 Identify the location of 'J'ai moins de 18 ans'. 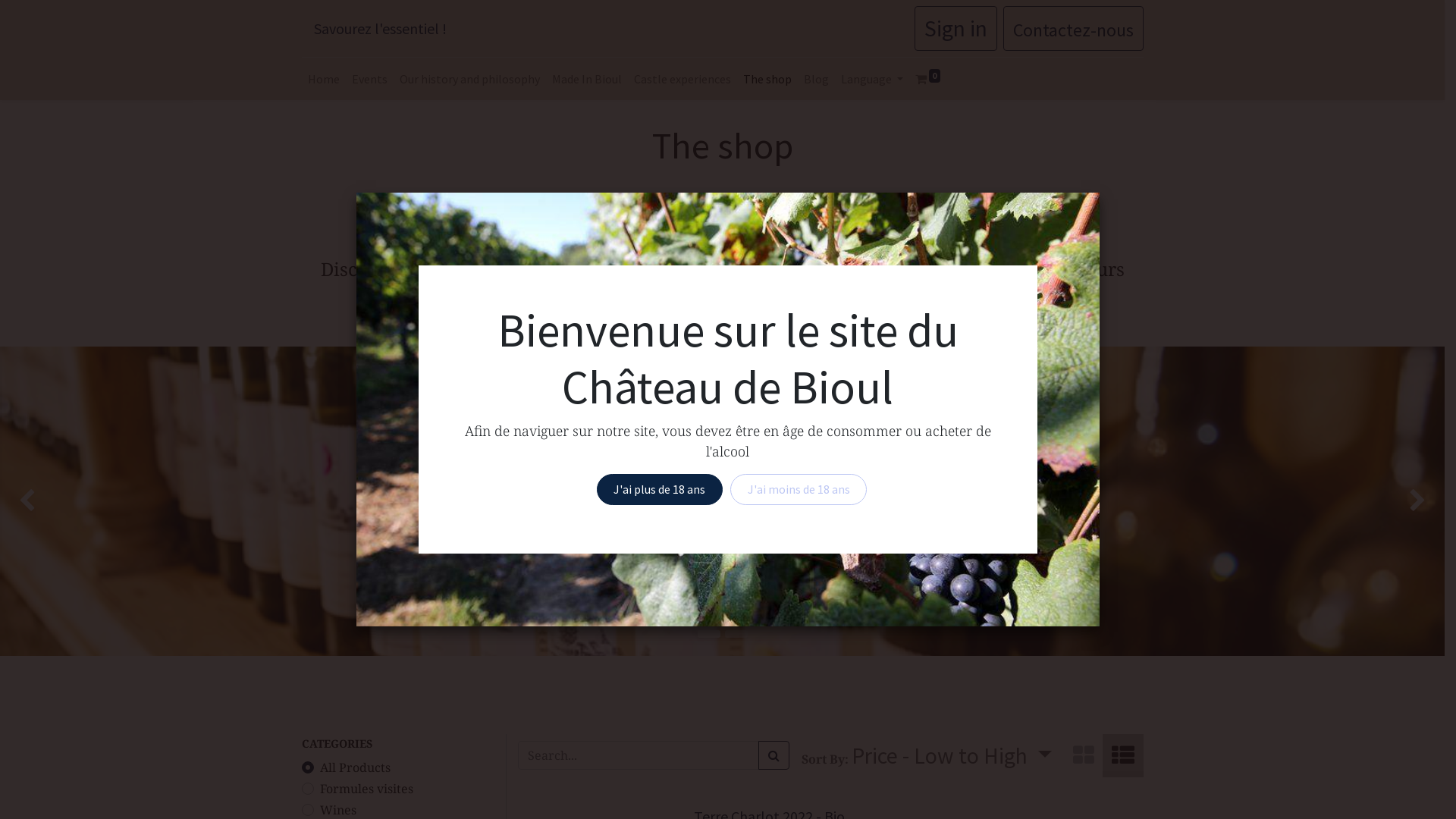
(730, 488).